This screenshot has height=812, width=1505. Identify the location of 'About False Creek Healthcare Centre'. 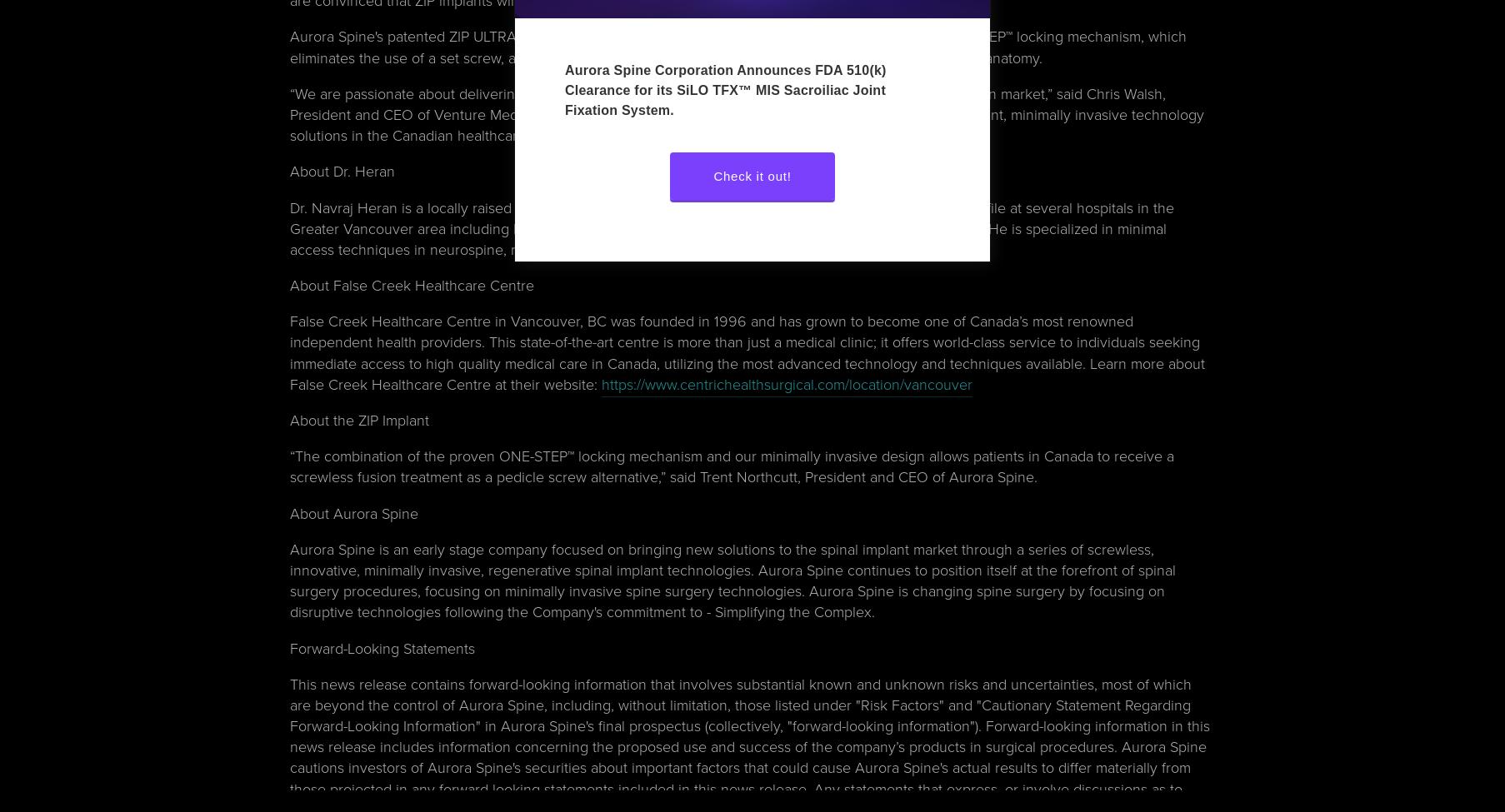
(412, 285).